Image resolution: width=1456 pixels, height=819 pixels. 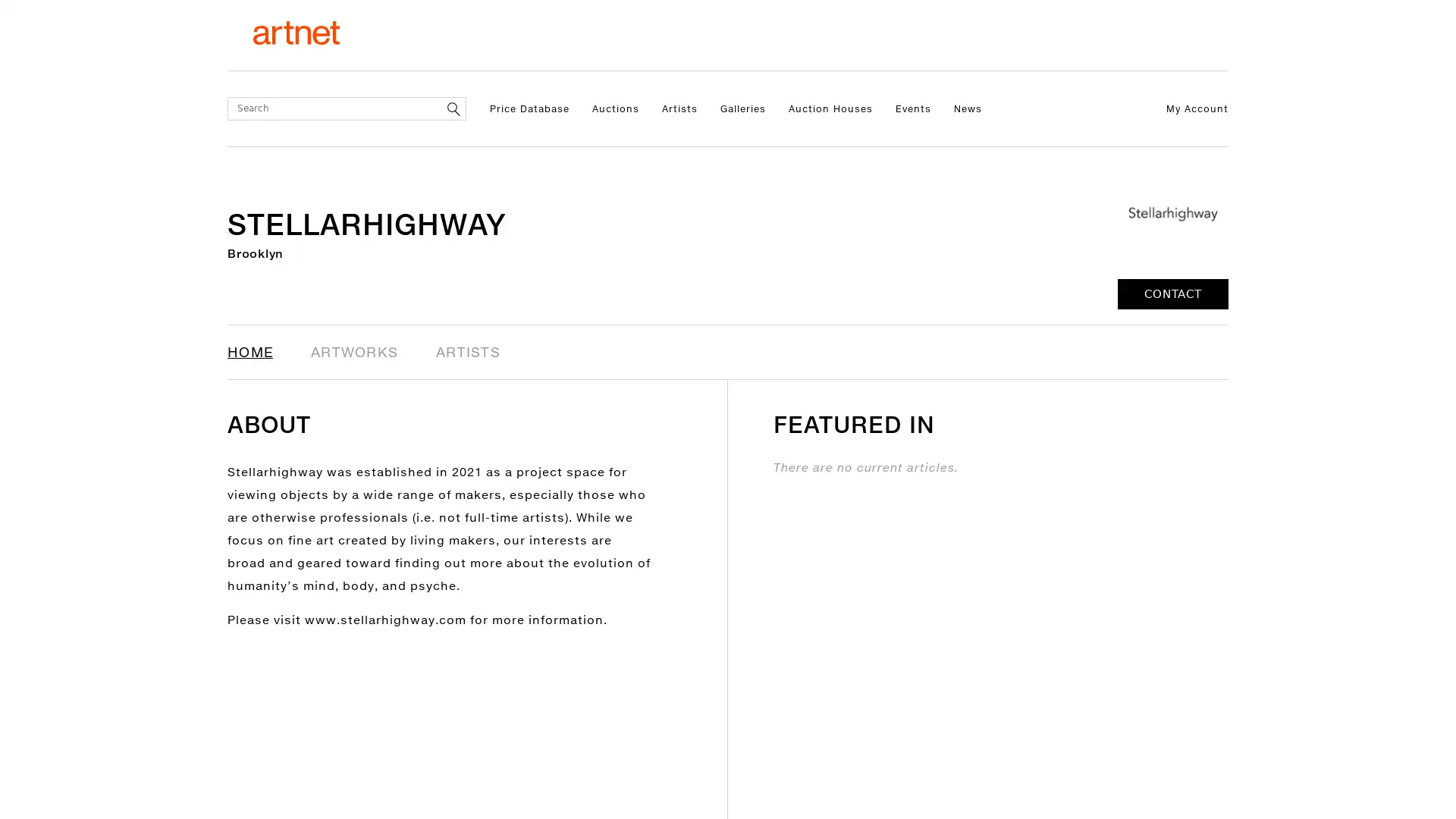 I want to click on CONTACT, so click(x=1172, y=294).